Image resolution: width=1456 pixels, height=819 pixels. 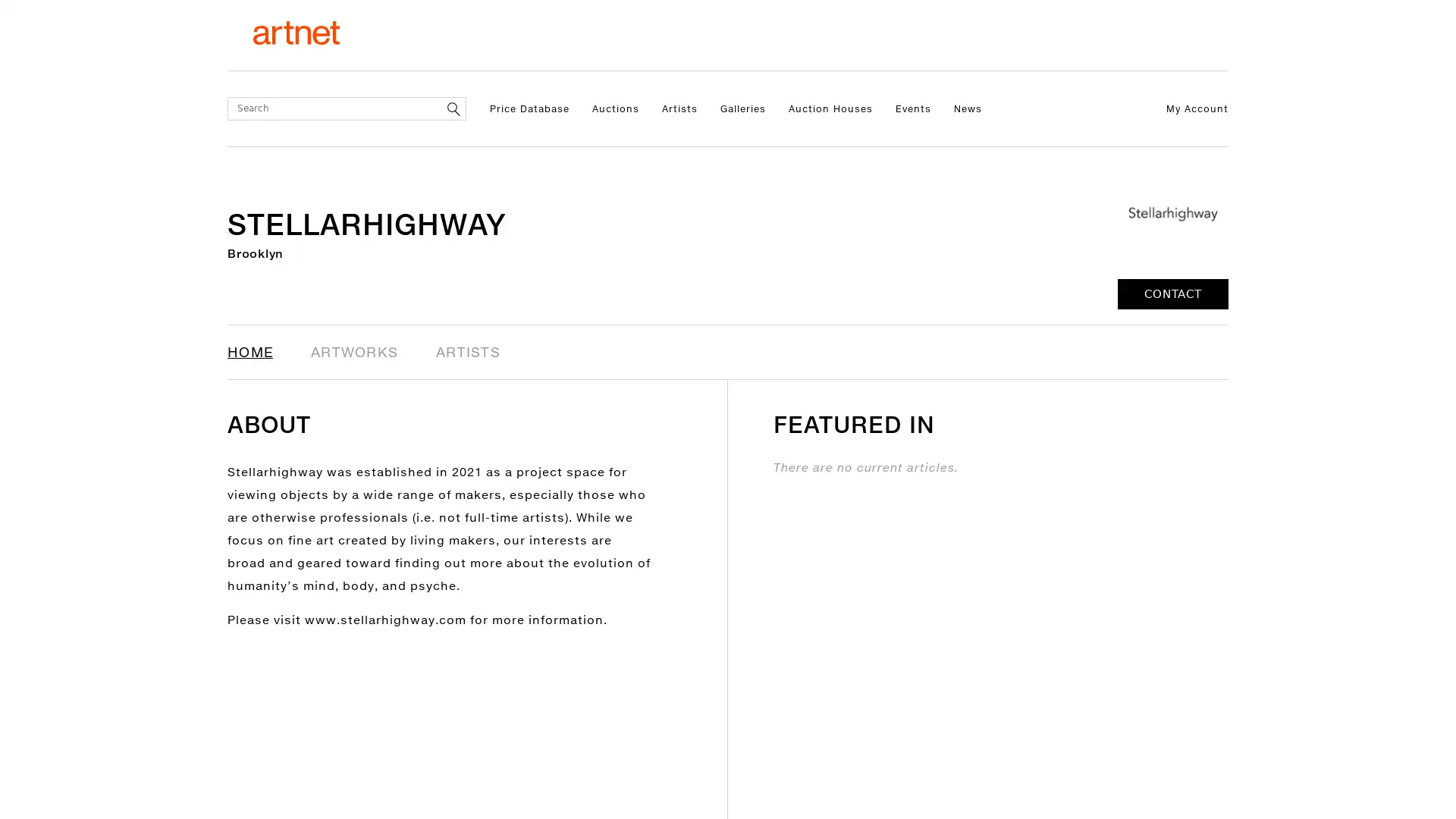 I want to click on CONTACT, so click(x=1172, y=294).